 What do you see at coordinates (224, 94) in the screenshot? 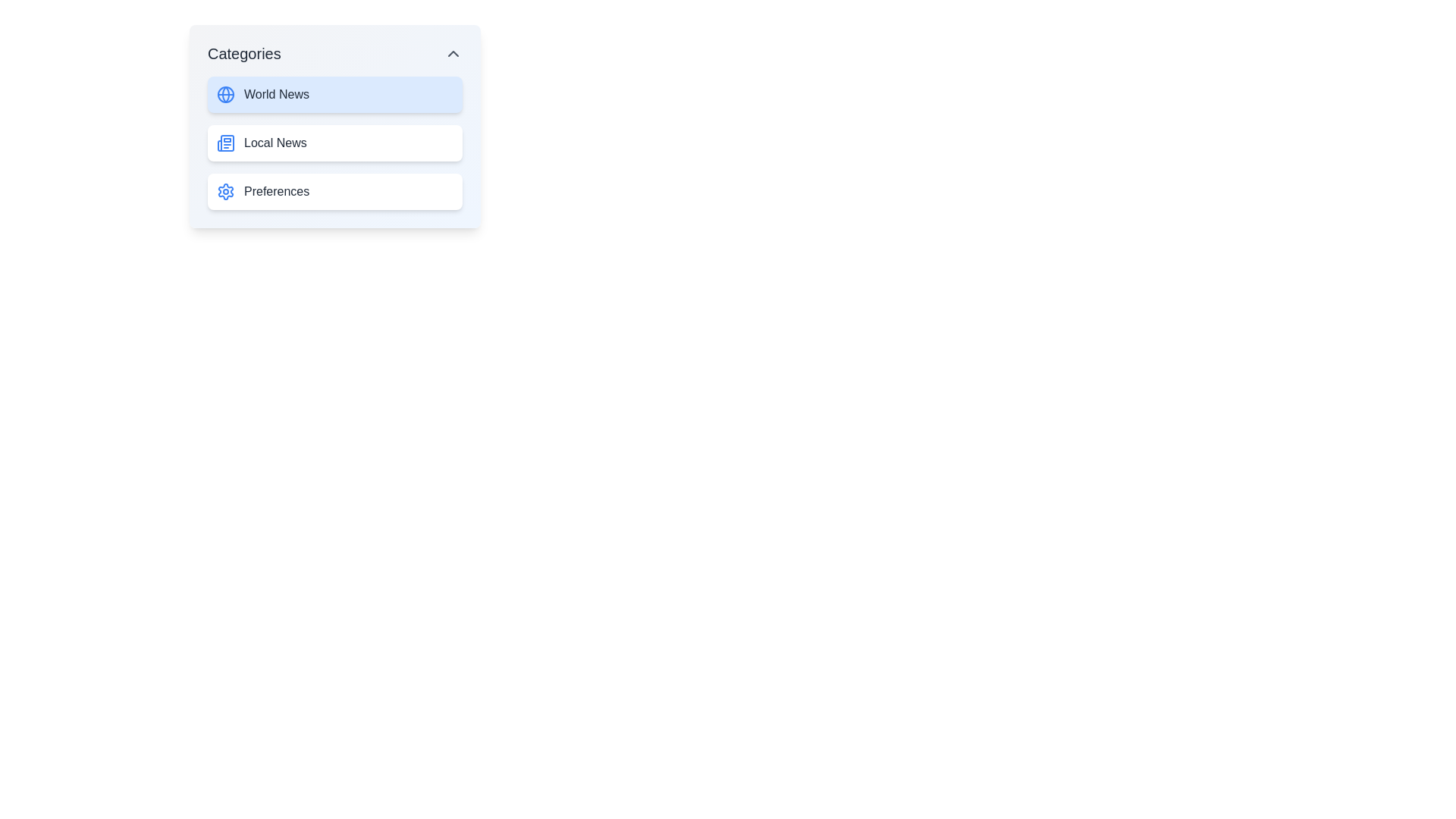
I see `the 'World News' icon located on the left side of the 'World News' list item within the 'Categories' panel` at bounding box center [224, 94].